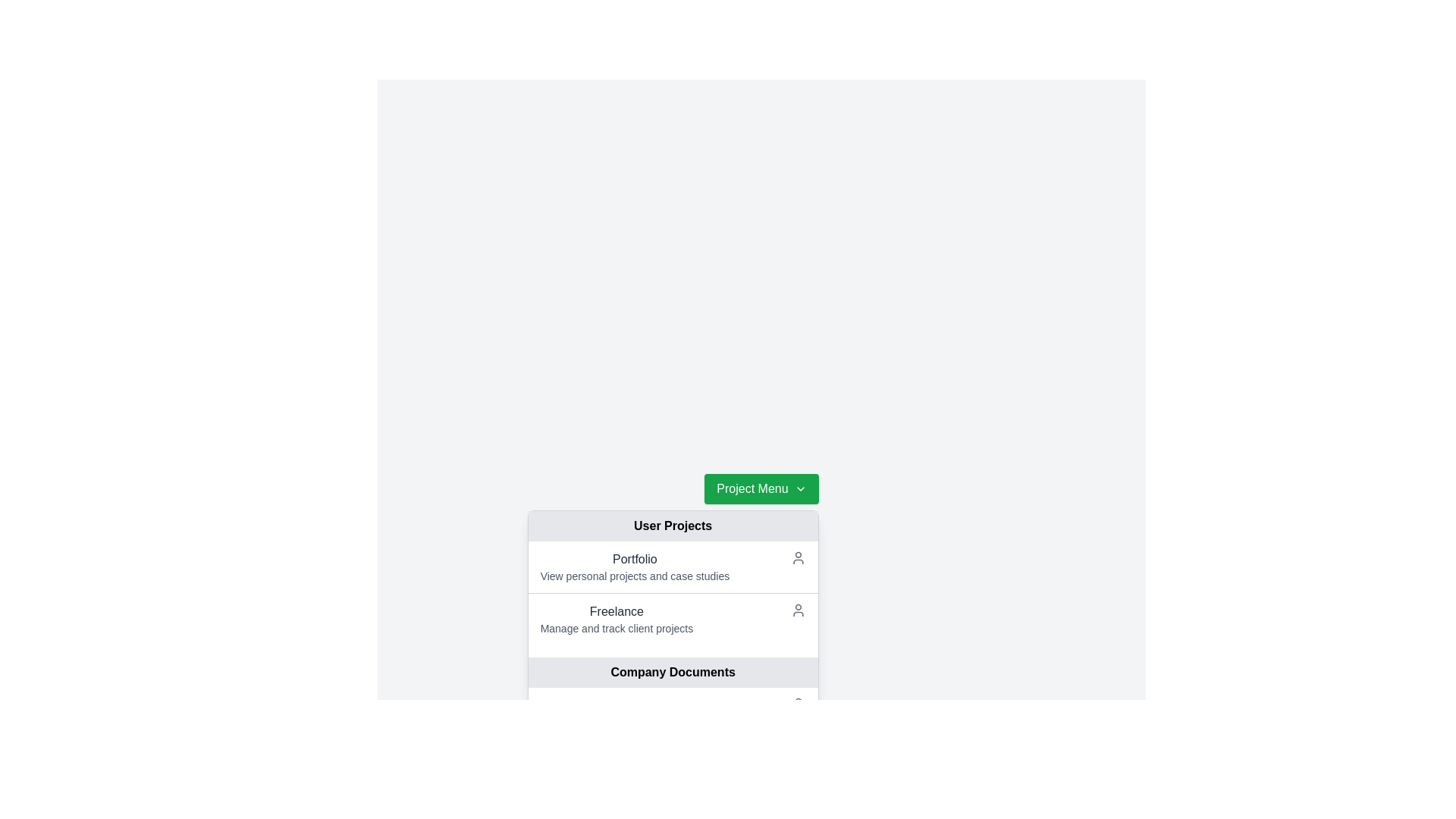 The height and width of the screenshot is (819, 1456). What do you see at coordinates (797, 558) in the screenshot?
I see `the small gray icon resembling a simplistic user portrait located at the far-right edge of the 'Portfolio' row in the 'User Projects' menu` at bounding box center [797, 558].